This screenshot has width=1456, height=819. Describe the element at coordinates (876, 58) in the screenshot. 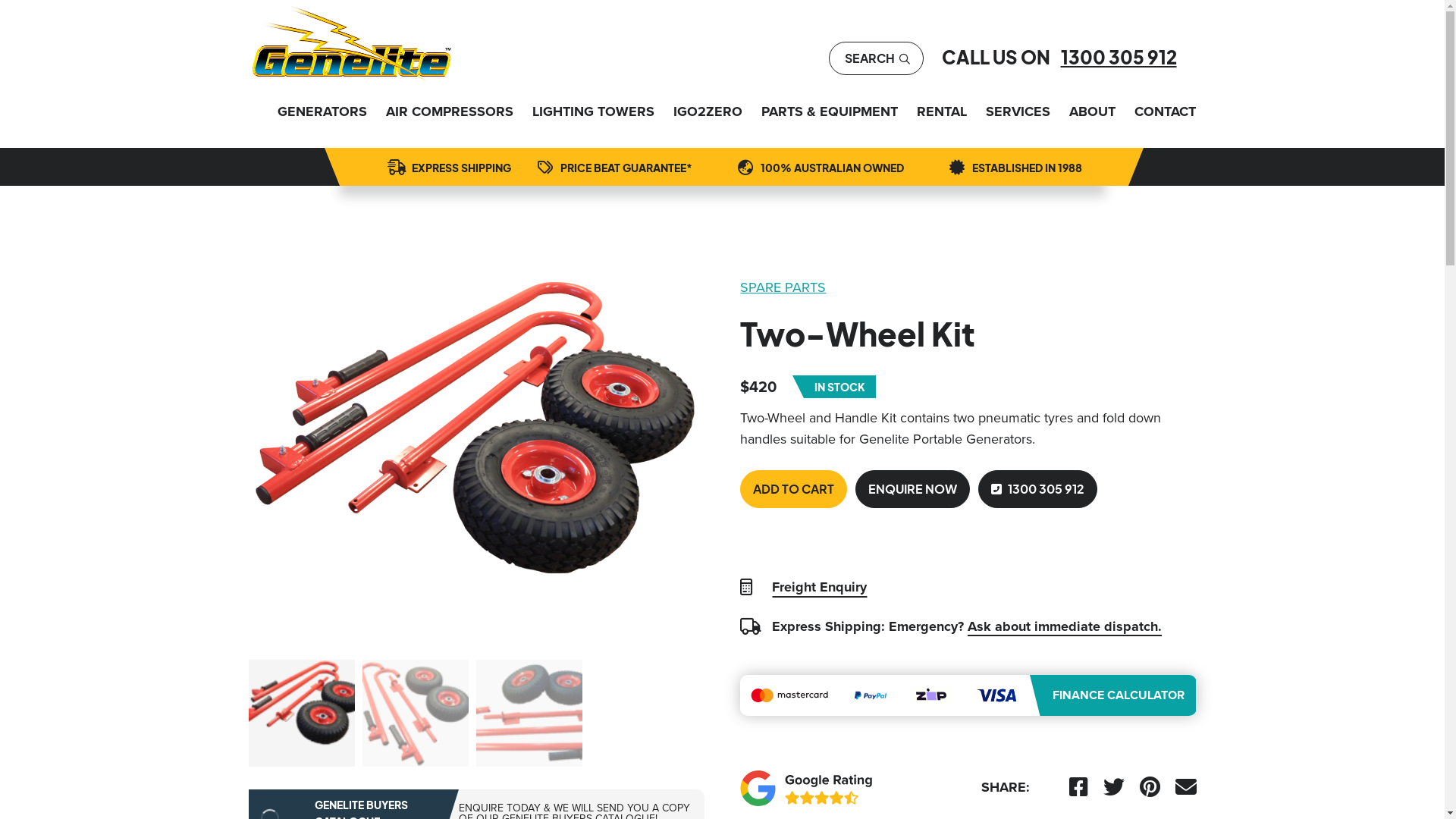

I see `'SEARCH'` at that location.